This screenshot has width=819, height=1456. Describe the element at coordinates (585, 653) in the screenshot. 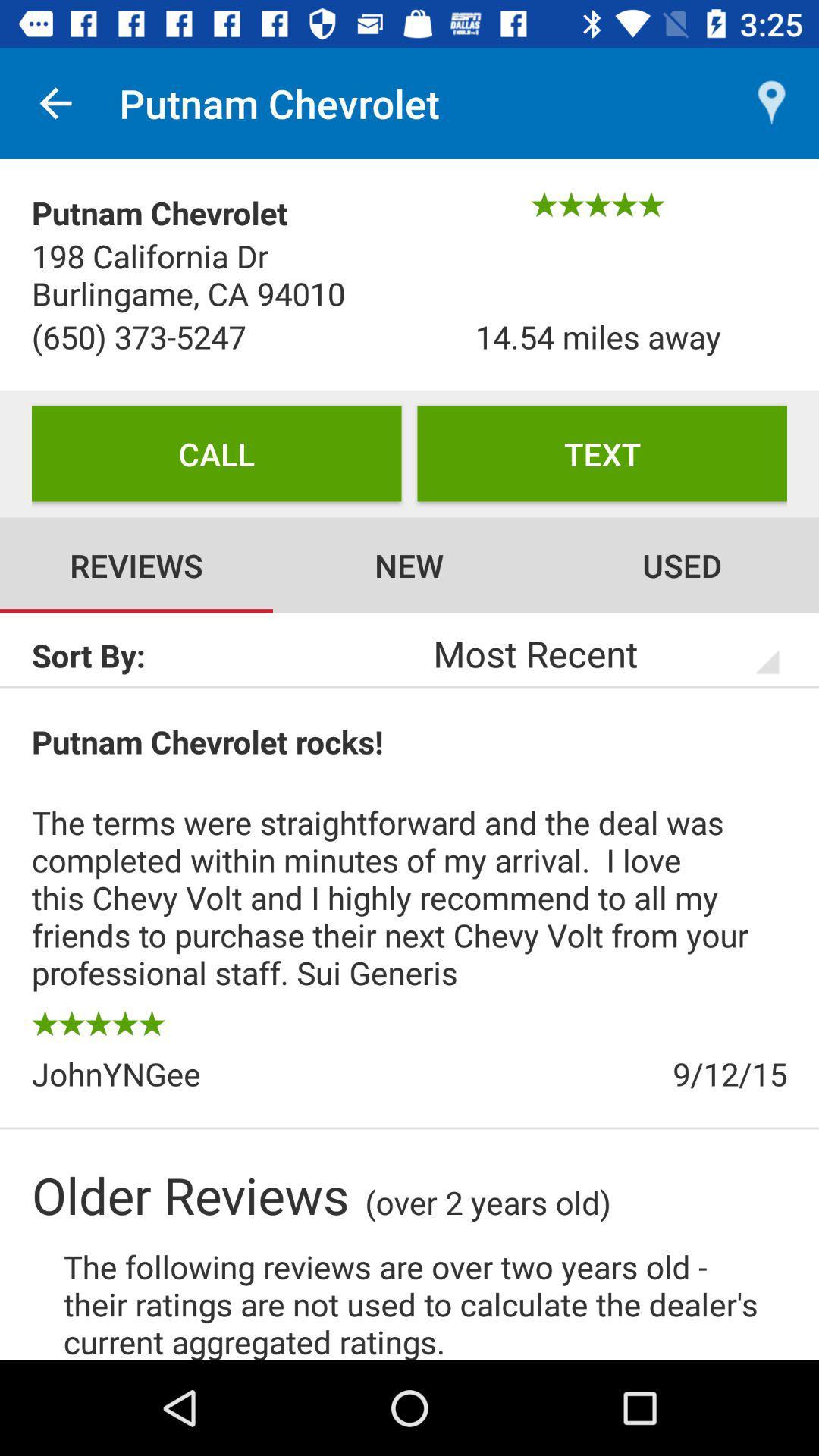

I see `the icon below new icon` at that location.